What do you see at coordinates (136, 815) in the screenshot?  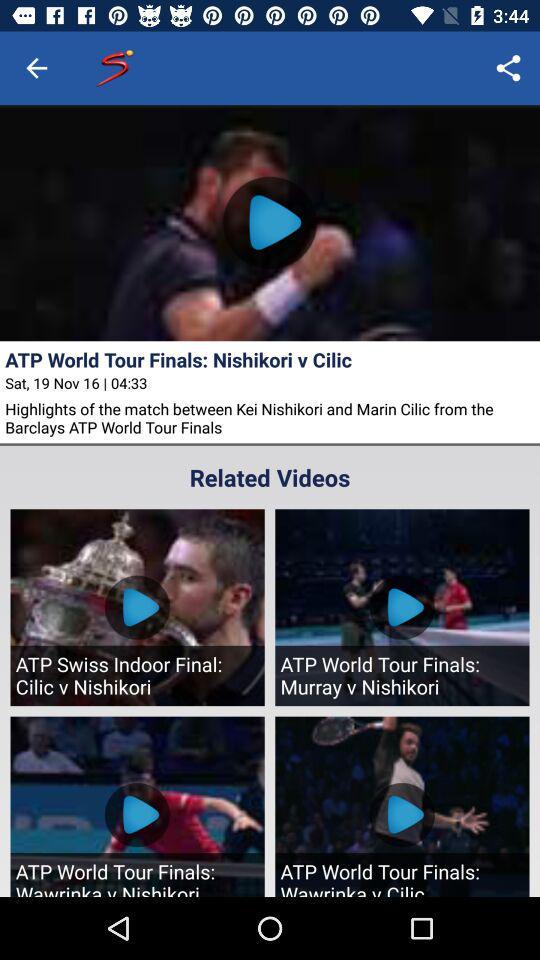 I see `the play button in first image of bottom row` at bounding box center [136, 815].